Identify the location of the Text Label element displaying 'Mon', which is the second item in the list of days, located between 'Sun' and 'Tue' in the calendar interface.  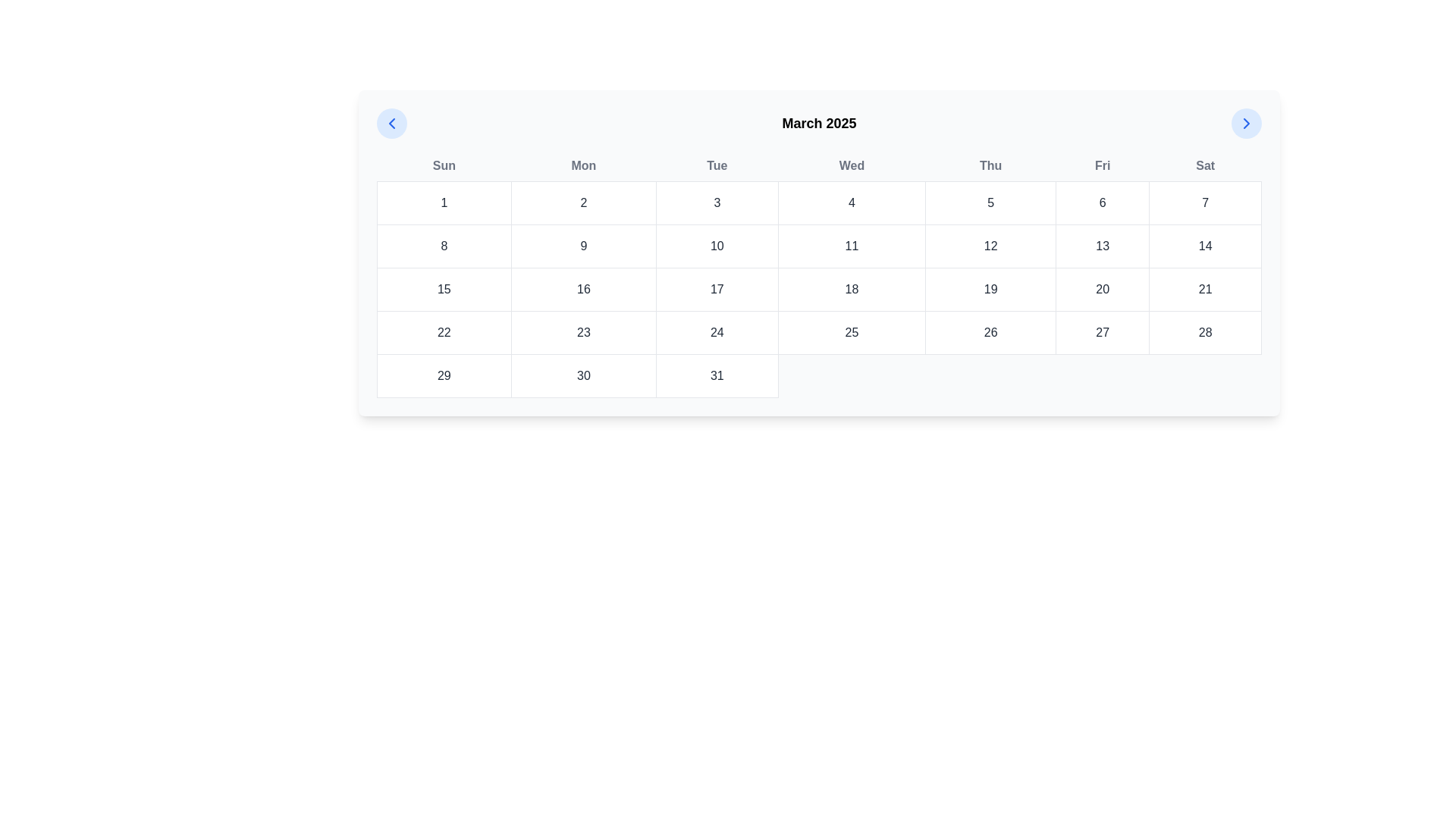
(582, 166).